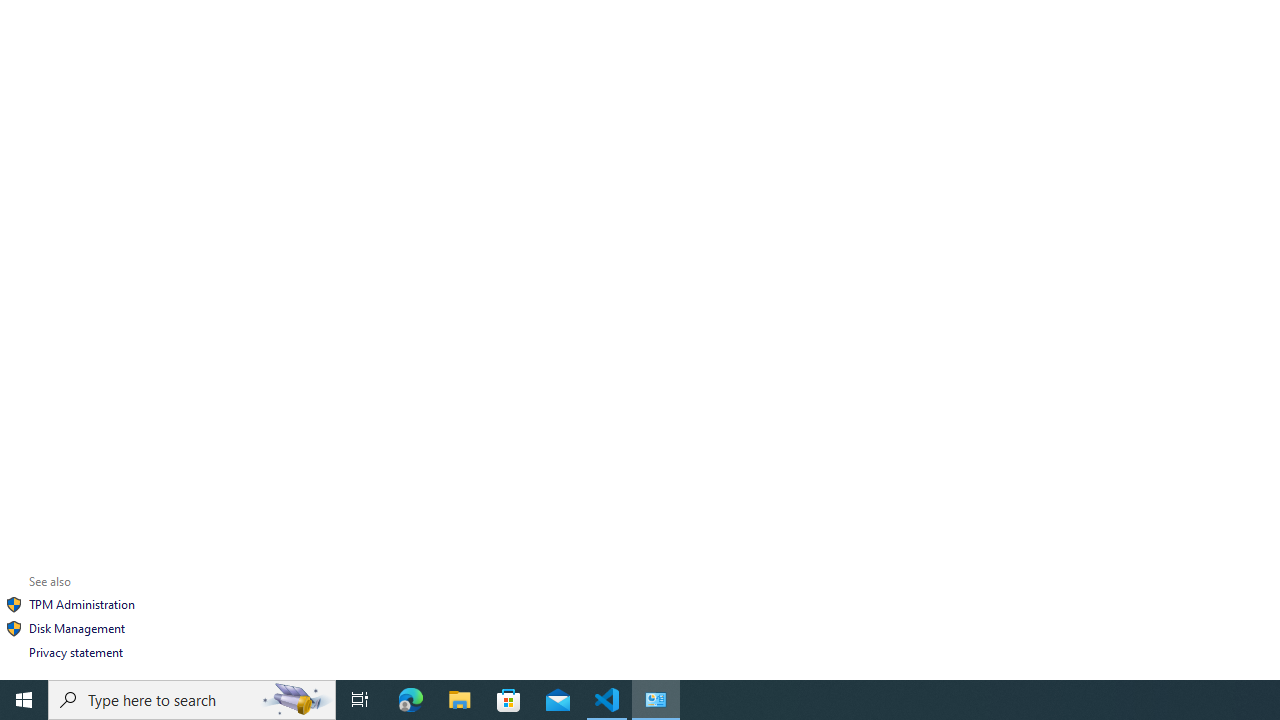 This screenshot has height=720, width=1280. What do you see at coordinates (359, 698) in the screenshot?
I see `'Task View'` at bounding box center [359, 698].